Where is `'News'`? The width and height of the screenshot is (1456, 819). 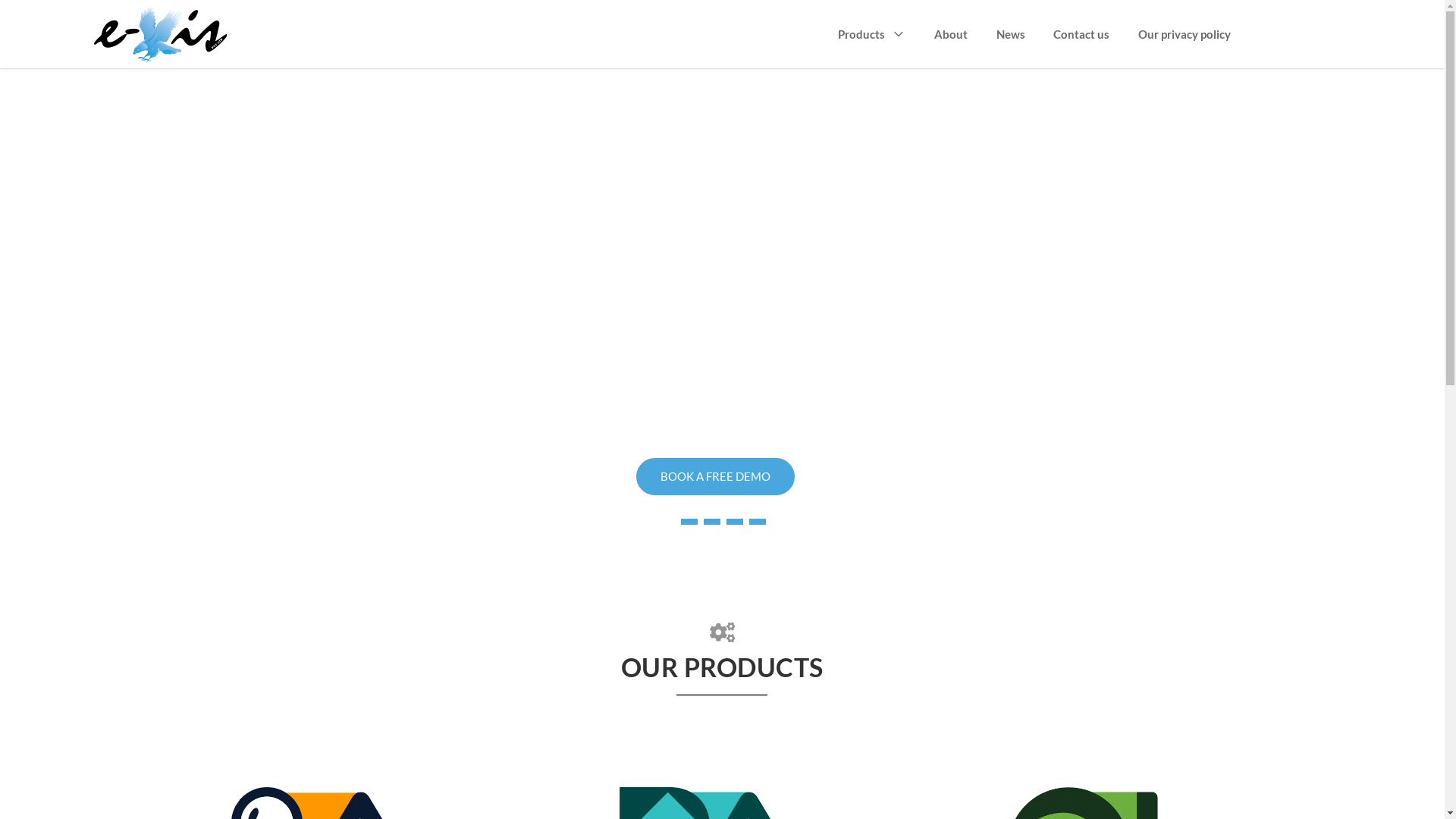
'News' is located at coordinates (1011, 34).